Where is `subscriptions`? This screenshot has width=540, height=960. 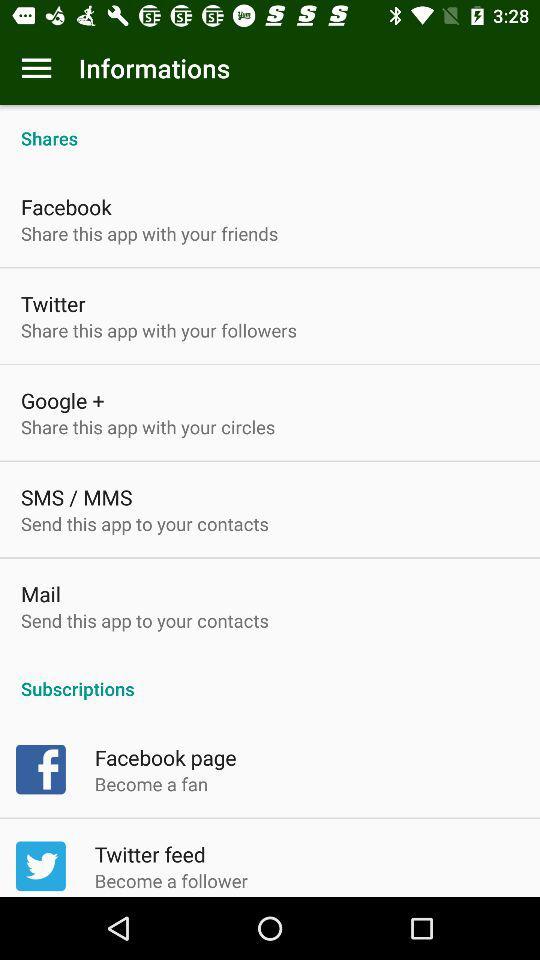
subscriptions is located at coordinates (270, 678).